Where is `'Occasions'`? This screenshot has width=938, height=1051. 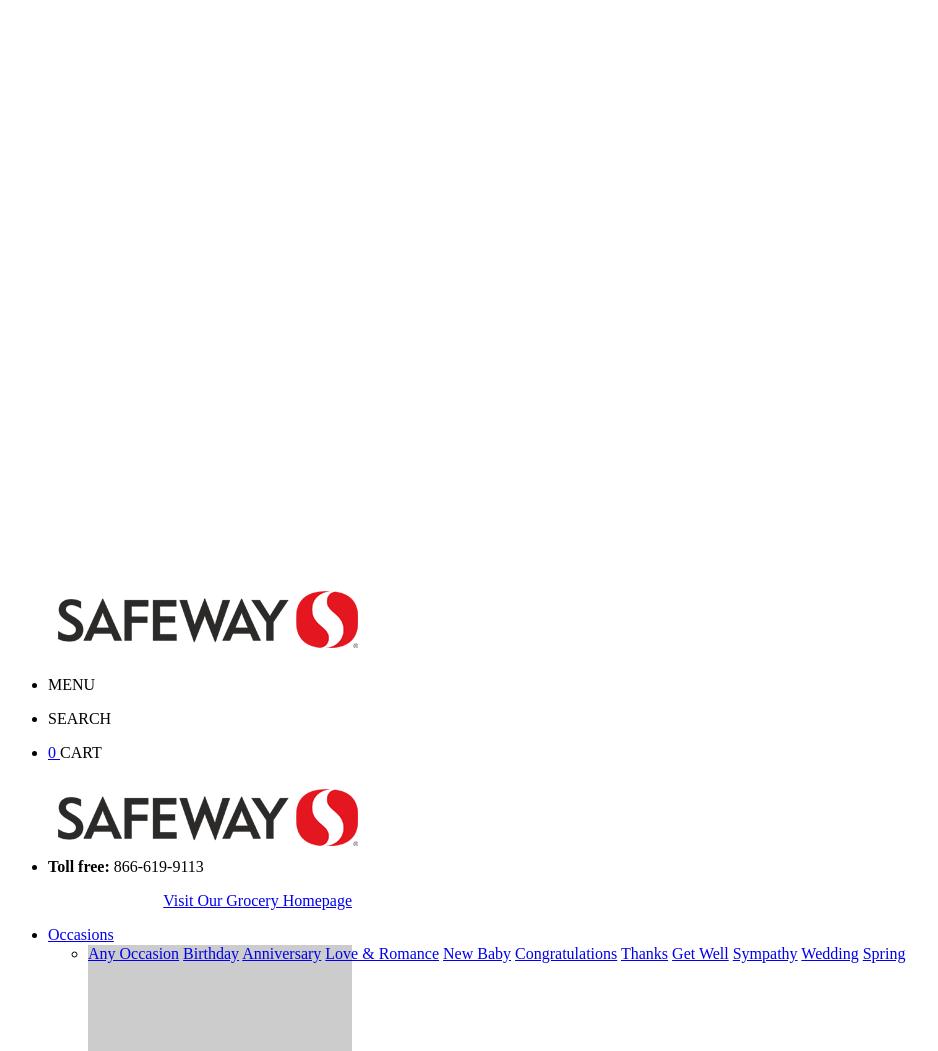
'Occasions' is located at coordinates (80, 933).